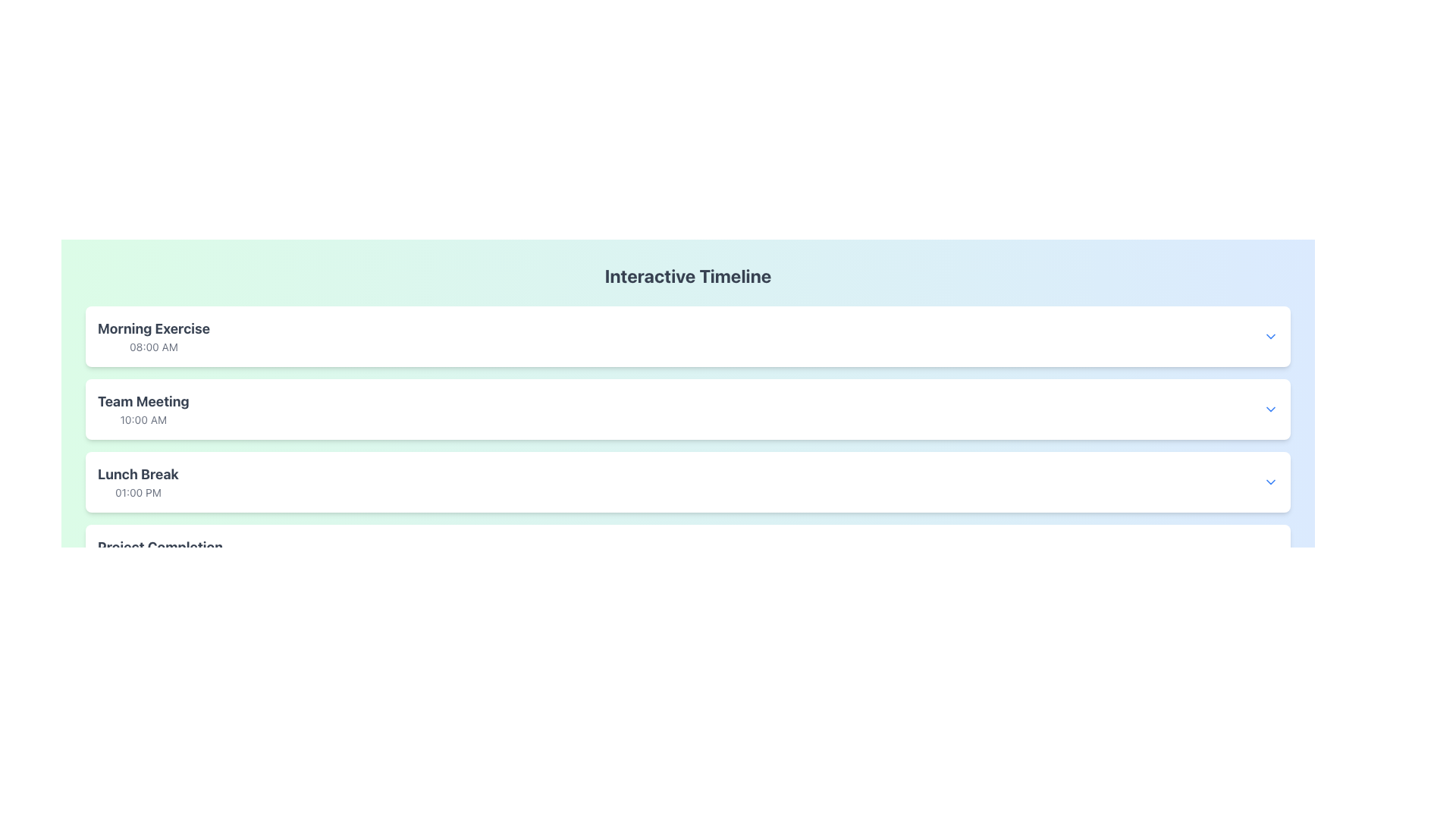 This screenshot has width=1456, height=819. What do you see at coordinates (687, 482) in the screenshot?
I see `the 'Lunch Break' timeline item` at bounding box center [687, 482].